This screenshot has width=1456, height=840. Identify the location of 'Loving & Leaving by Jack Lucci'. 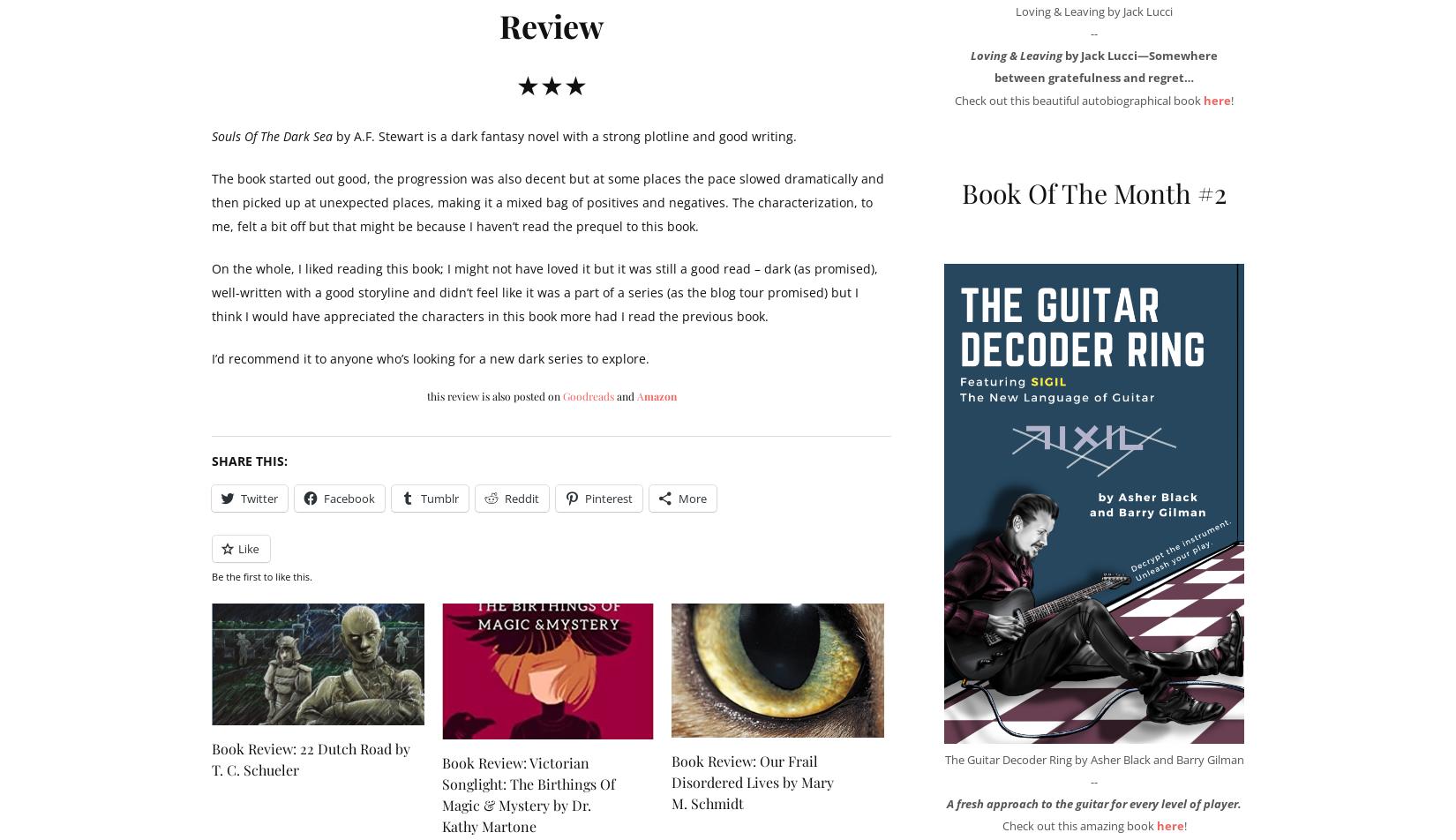
(1092, 11).